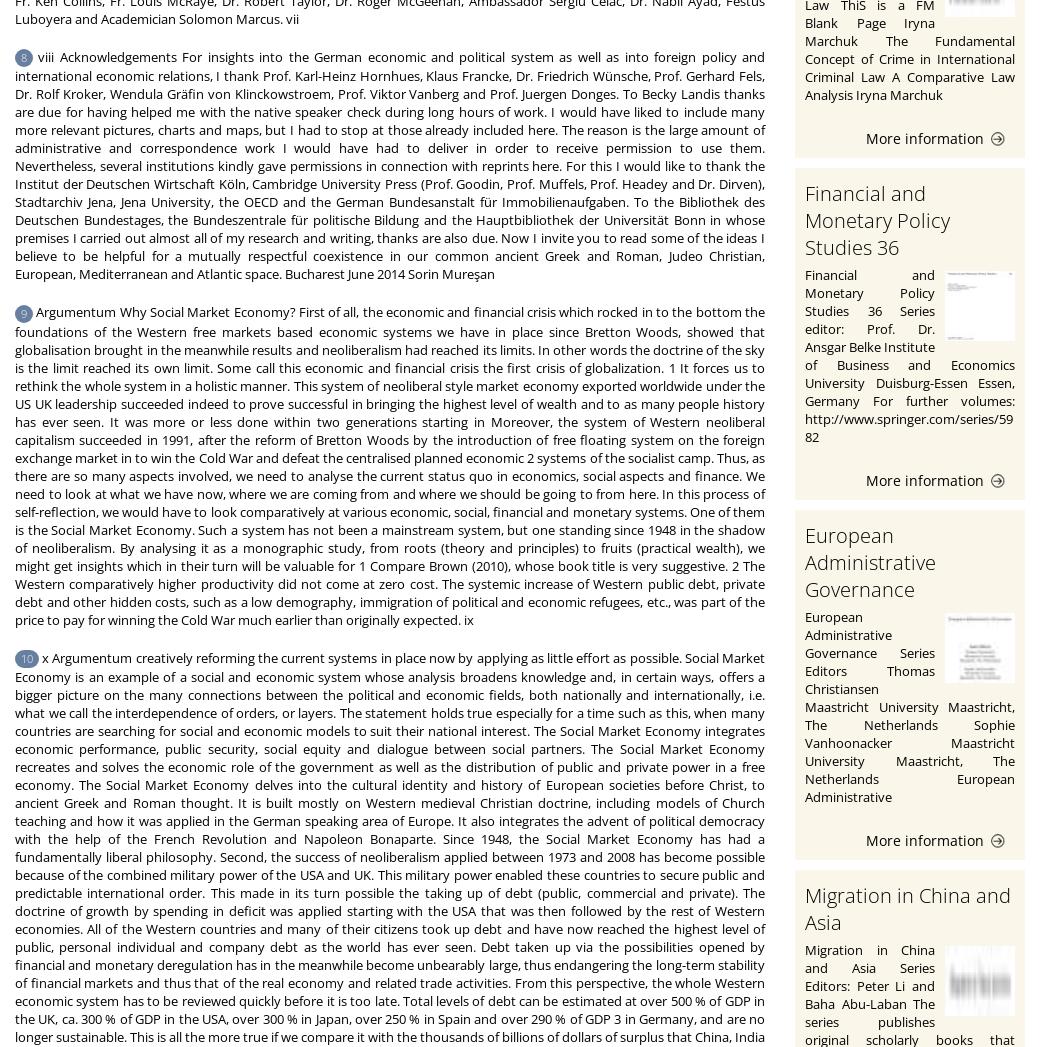 The width and height of the screenshot is (1050, 1047). I want to click on 'viii Acknowledgements For insights into the German economic and political system as well as into foreign policy and international economic relations, I thank Prof. Karl-Heinz Hornhues, Klaus Francke, Dr. Friedrich Wünsche, Prof. Gerhard Fels, Dr. Rolf Kroker, Wendula Gräfin von Klinckowstroem, Prof. Viktor Vanberg and Prof. Juergen Donges. To Becky Landis thanks are due for having helped me with the native speaker check during long hours of work. I would have liked to include many more relevant pictures, charts and maps, but I had to stop at those already included here. The reason is the large amount of administrative and correspondence work I would have had to deliver in order to receive permission to use them. Nevertheless, several institutions kindly gave permissions in connection with reprints here. For this I would like to thank the Institut der Deutschen Wirtschaft Köln, Cambridge University Press (Prof. Goodin, Prof. Muffels, Prof. Headey and Dr. Dirven), Stadtarchiv Jena, Jena University, the OECD and the German Bundesanstalt für Immobilienaufgaben. To the Bibliothek des Deutschen Bundestages, the Bundeszentrale für politische Bildung and the Hauptbibliothek der Universität Bonn in whose premises I carried out almost all of my research and writing, thanks are also due. Now I invite you to read some of the ideas I believe to be helpful for a mutually respectful coexistence in our common ancient Greek and Roman, Judeo Christian, European, Mediterranean and Atlantic space. Bucharest June 2014 Sorin Mureşan', so click(389, 165).